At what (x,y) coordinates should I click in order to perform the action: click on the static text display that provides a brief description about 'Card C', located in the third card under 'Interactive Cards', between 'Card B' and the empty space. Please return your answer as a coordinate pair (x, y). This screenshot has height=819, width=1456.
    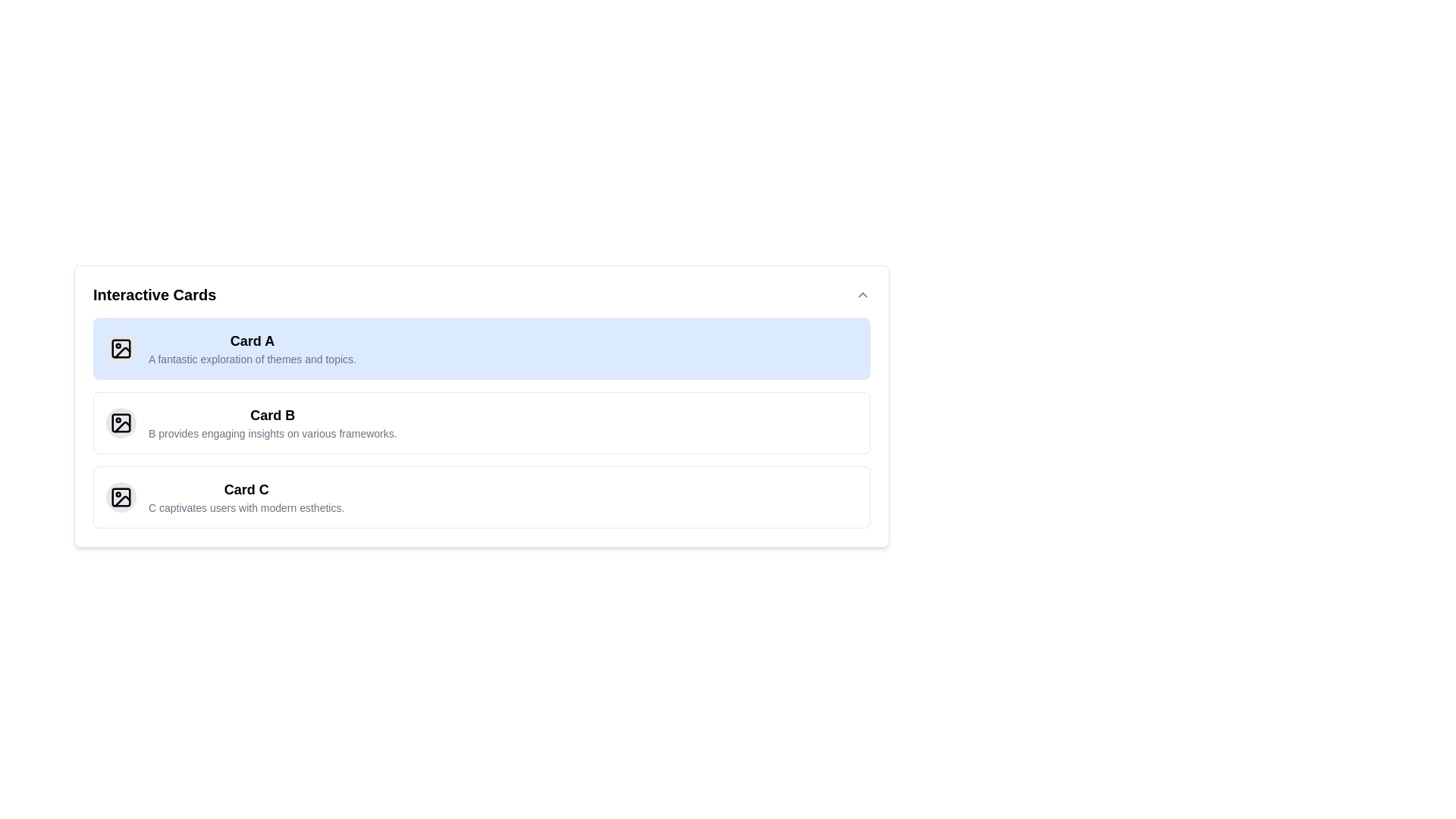
    Looking at the image, I should click on (246, 497).